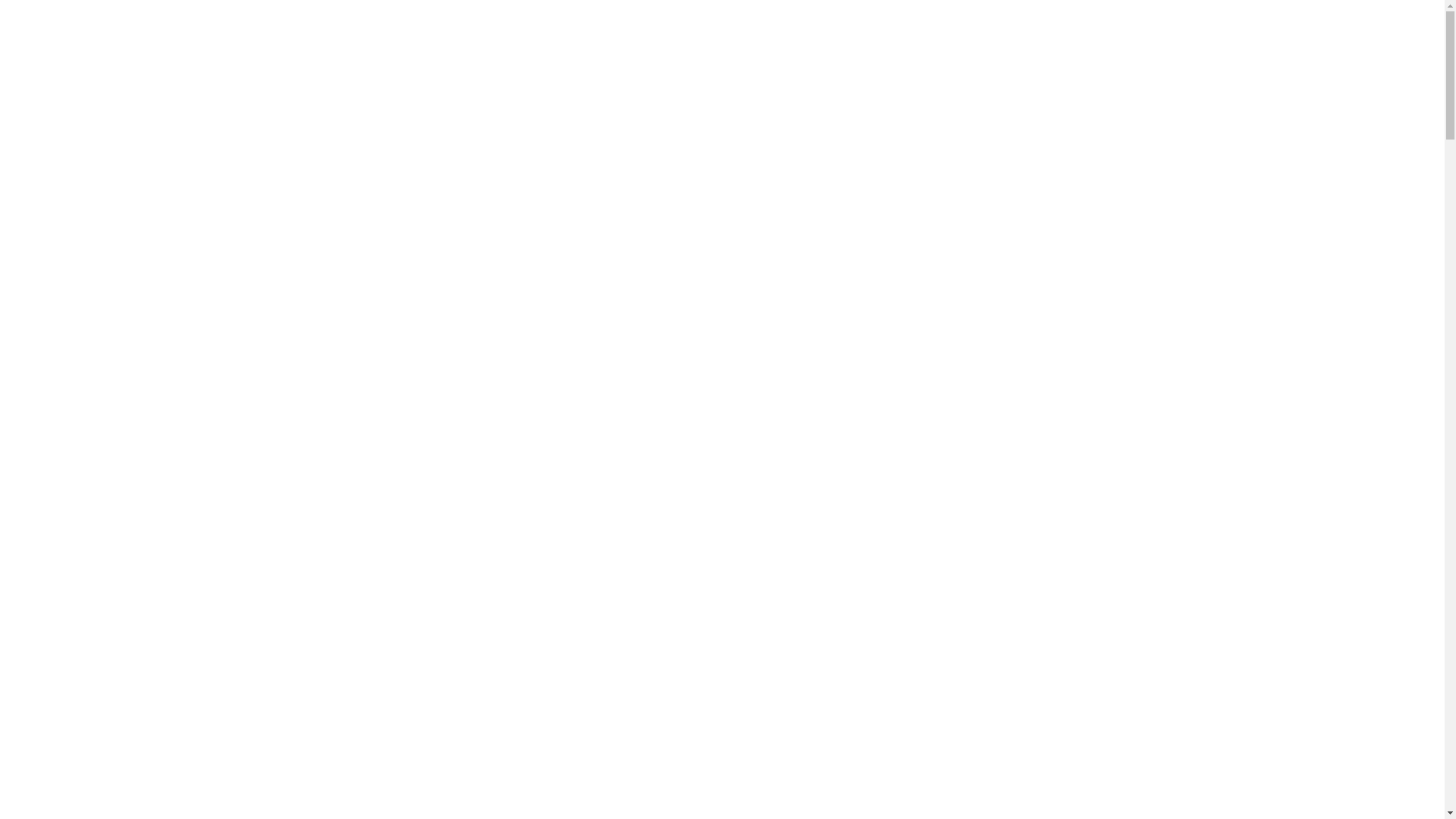  I want to click on 'Location', so click(78, 26).